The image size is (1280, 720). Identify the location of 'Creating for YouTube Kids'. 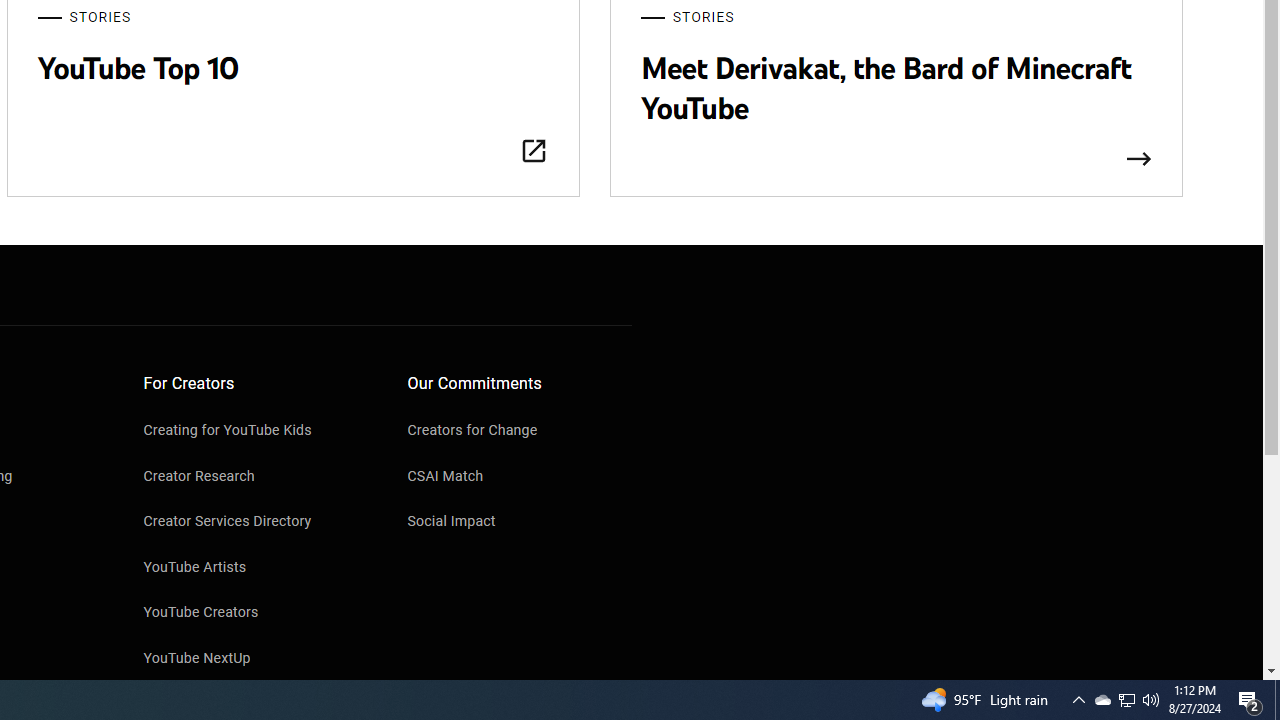
(255, 431).